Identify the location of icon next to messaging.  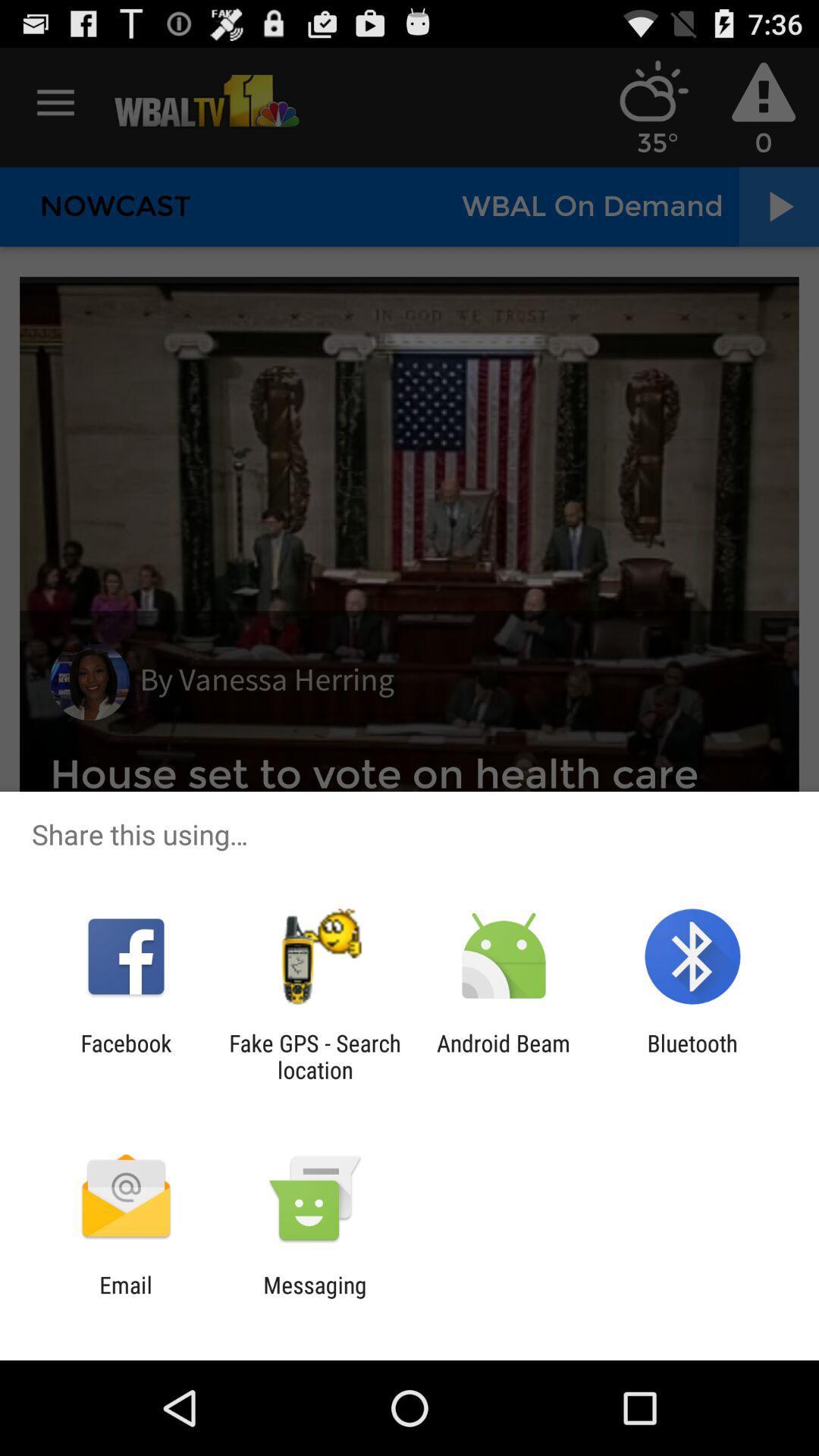
(125, 1298).